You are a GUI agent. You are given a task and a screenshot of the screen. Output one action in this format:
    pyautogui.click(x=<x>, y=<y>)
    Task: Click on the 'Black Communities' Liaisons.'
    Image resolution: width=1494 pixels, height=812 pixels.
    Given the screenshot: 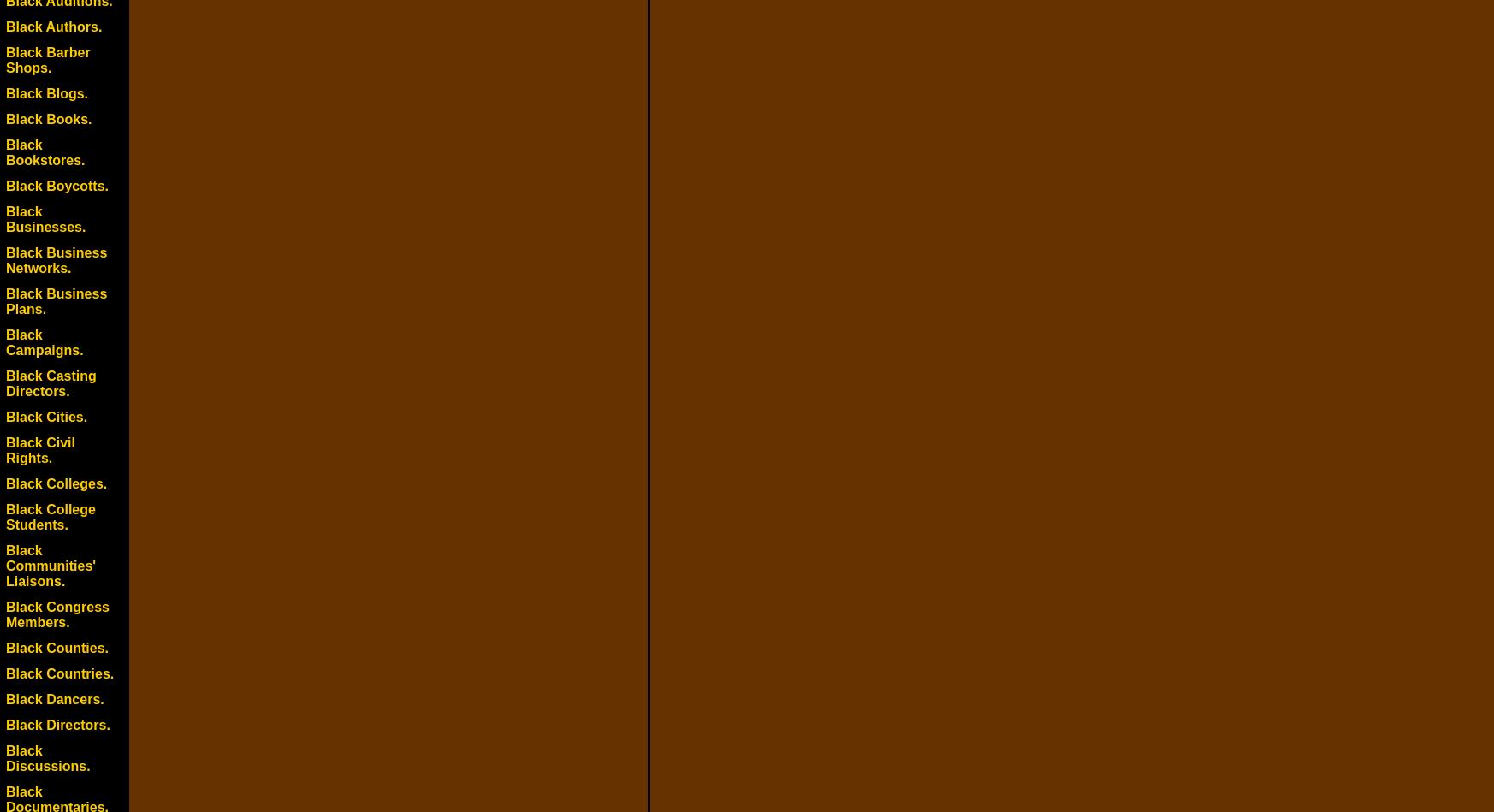 What is the action you would take?
    pyautogui.click(x=50, y=566)
    